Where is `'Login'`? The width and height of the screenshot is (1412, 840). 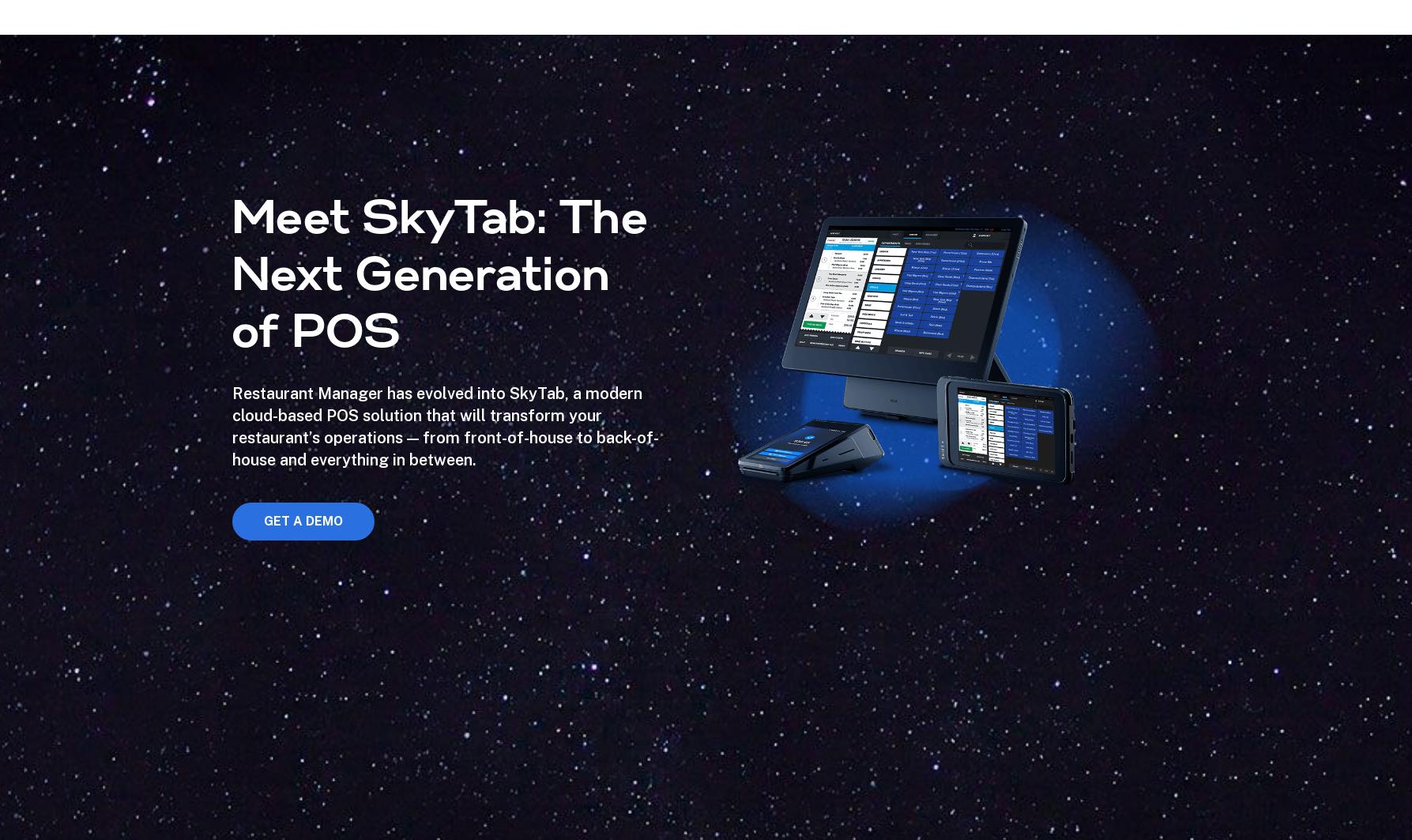 'Login' is located at coordinates (1320, 66).